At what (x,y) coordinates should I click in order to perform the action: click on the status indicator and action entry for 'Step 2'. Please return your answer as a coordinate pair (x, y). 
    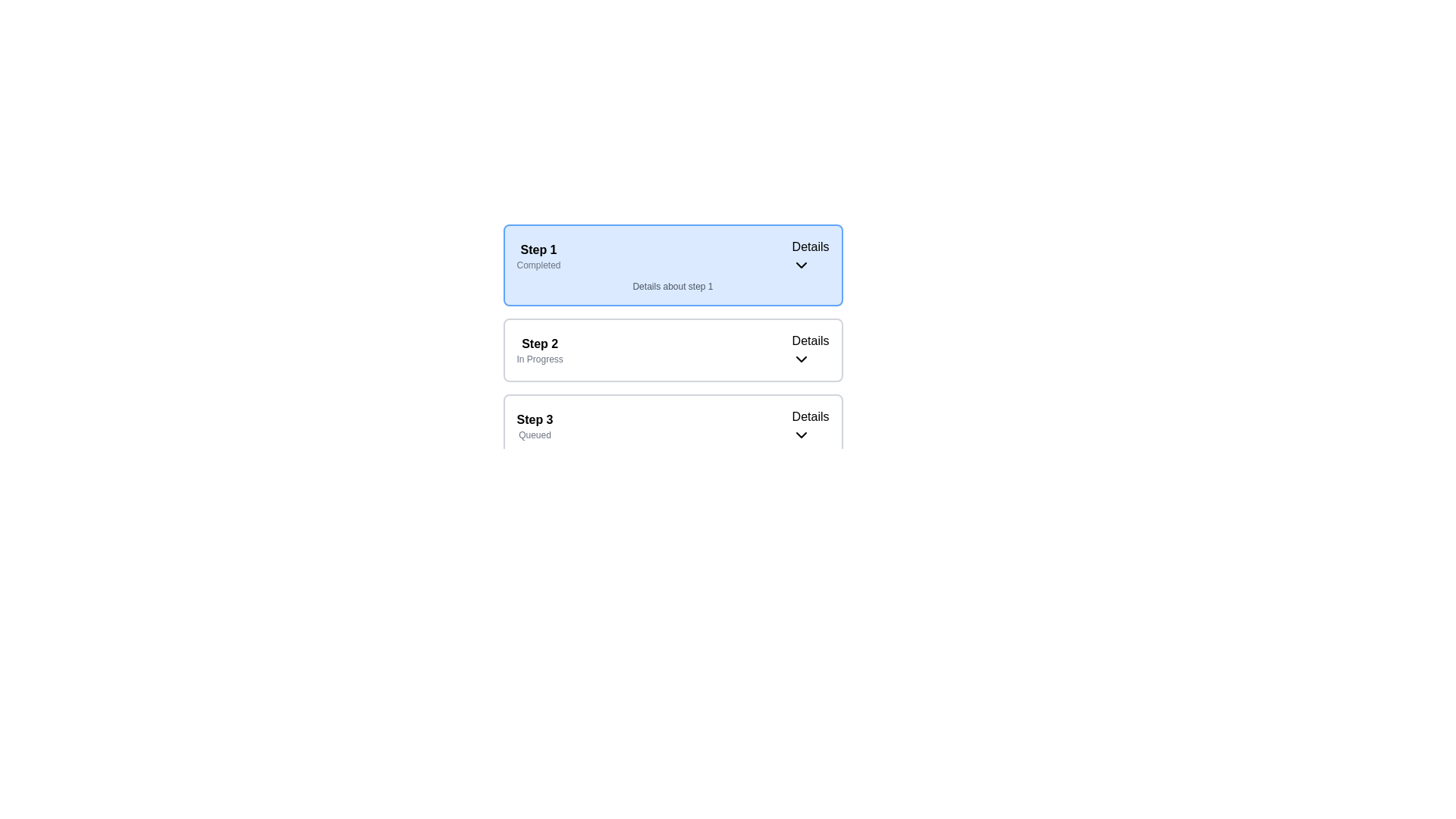
    Looking at the image, I should click on (672, 341).